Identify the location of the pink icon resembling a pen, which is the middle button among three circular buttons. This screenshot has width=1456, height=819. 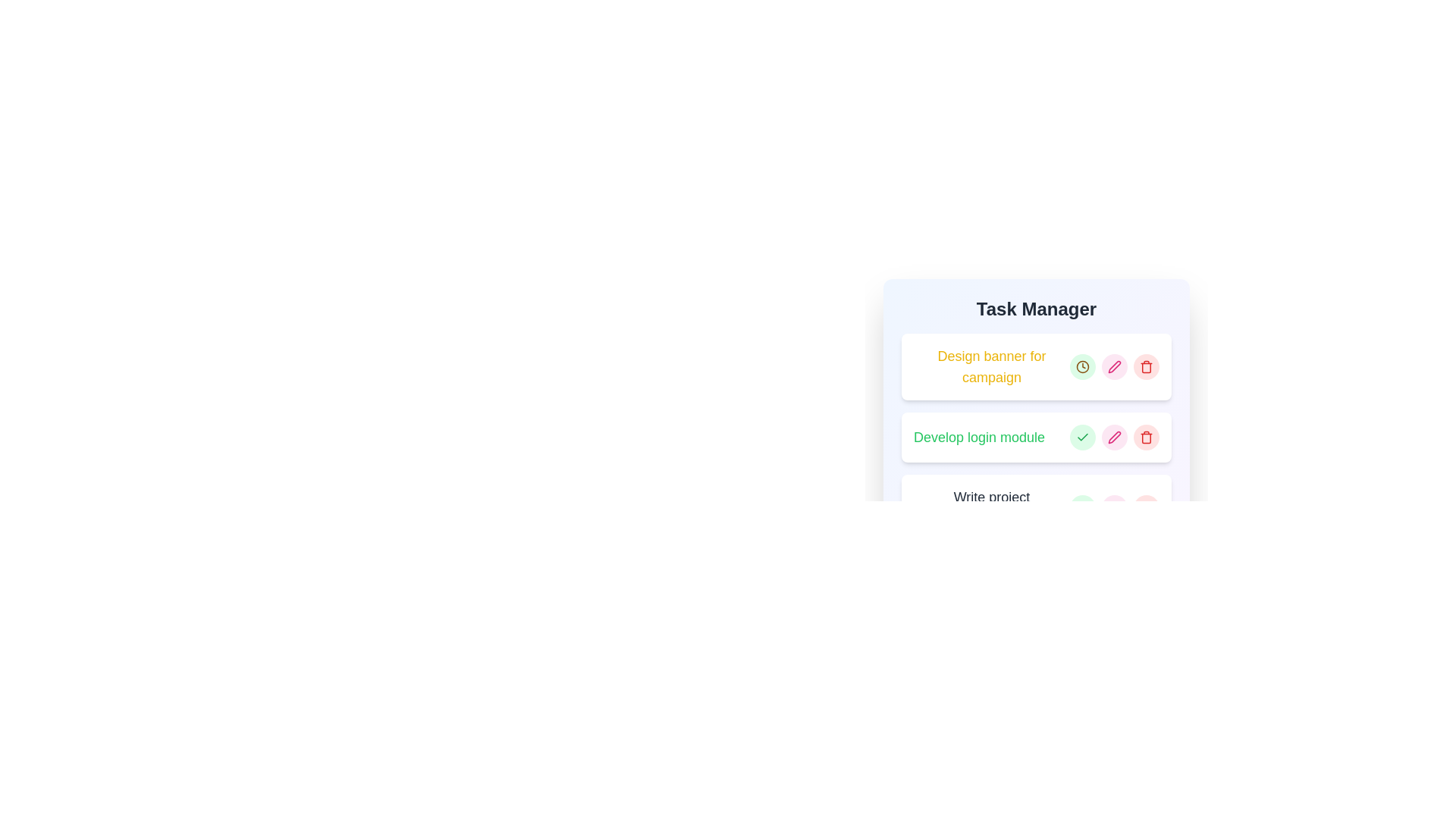
(1114, 438).